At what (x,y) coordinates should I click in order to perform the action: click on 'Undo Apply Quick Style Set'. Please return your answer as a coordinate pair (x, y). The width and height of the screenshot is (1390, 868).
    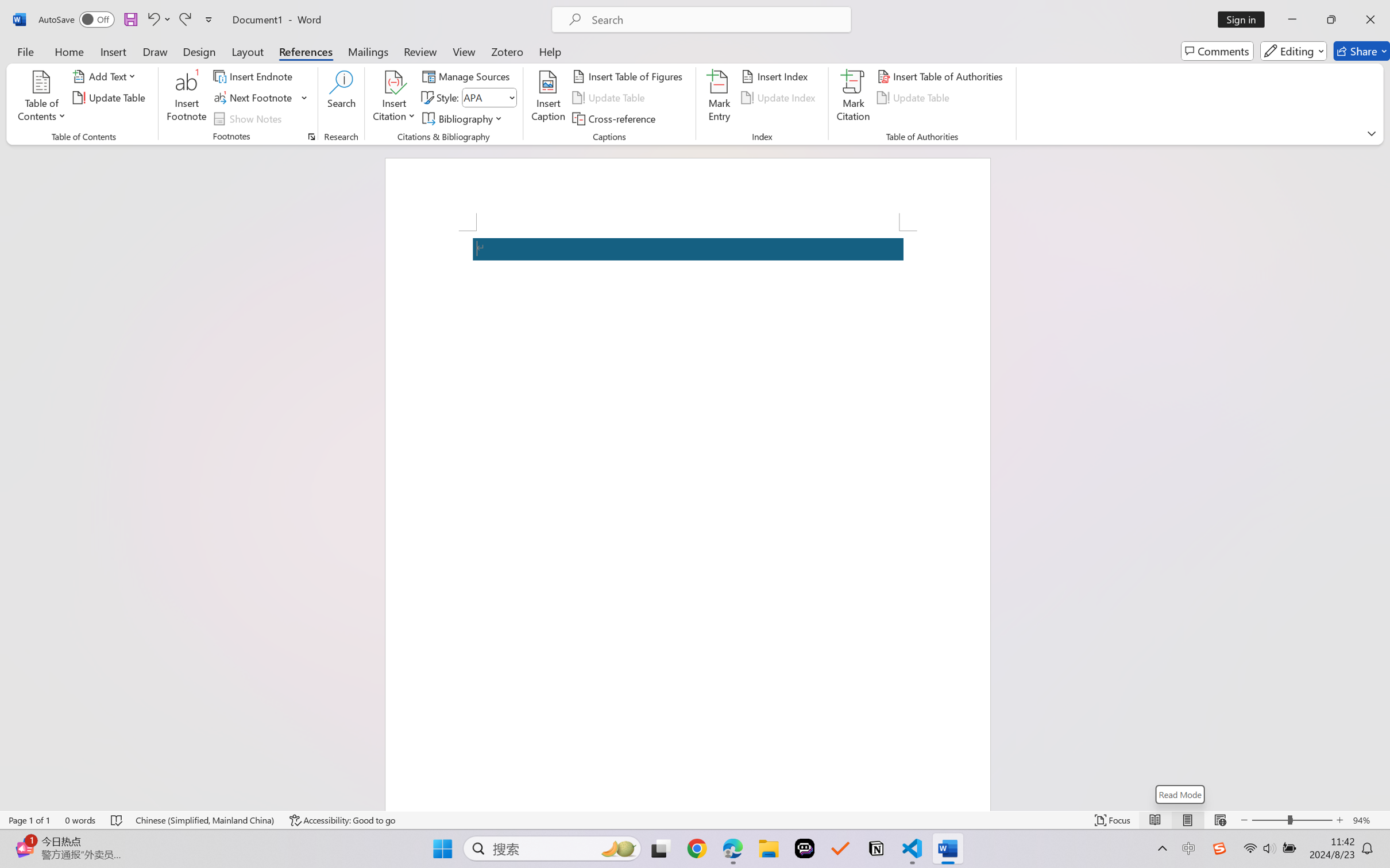
    Looking at the image, I should click on (152, 19).